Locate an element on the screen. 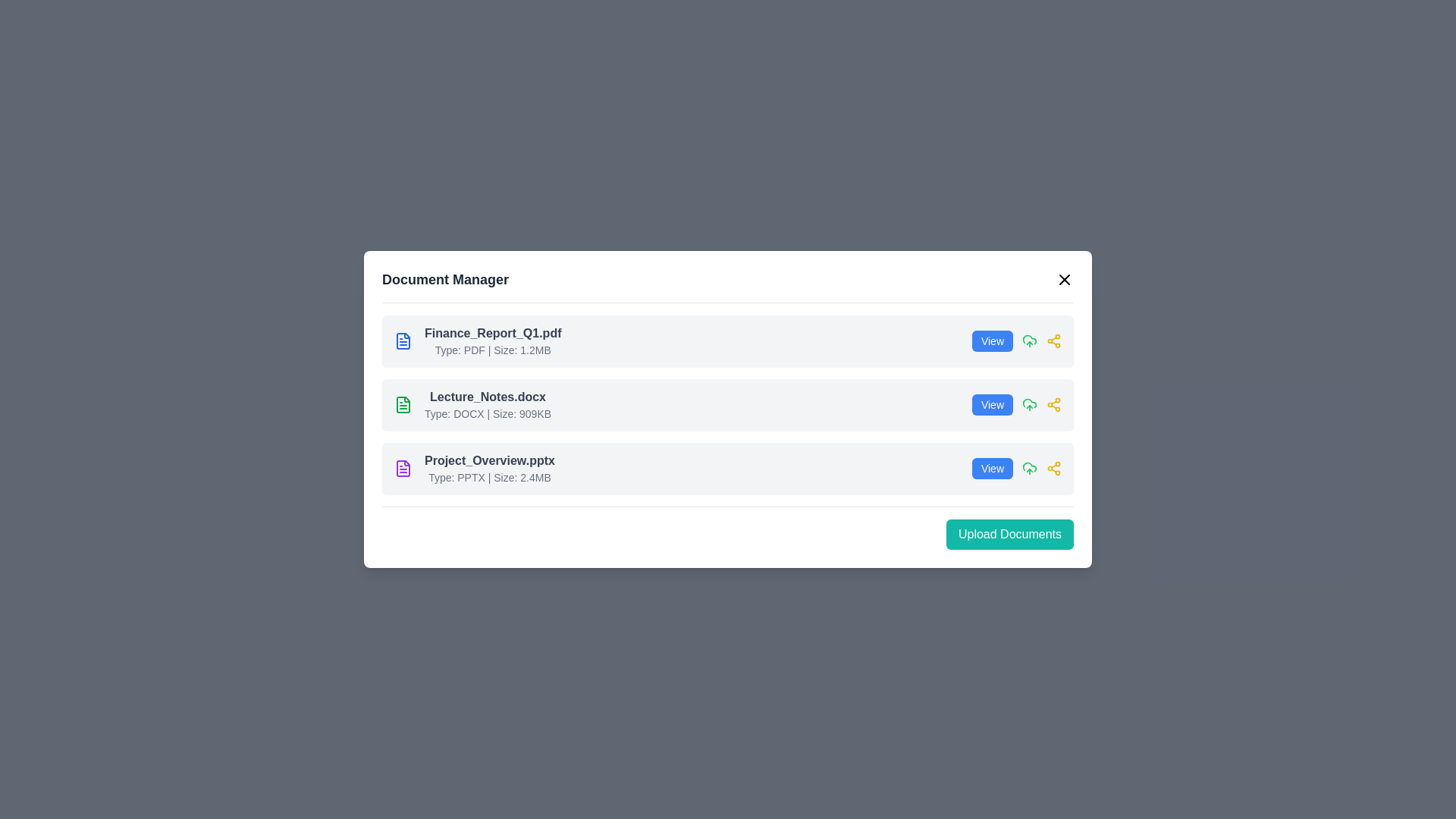 This screenshot has height=819, width=1456. the upload icon located to the right of the 'View' button in the last row of the document list for 'Project_Overview.pptx' is located at coordinates (1030, 467).